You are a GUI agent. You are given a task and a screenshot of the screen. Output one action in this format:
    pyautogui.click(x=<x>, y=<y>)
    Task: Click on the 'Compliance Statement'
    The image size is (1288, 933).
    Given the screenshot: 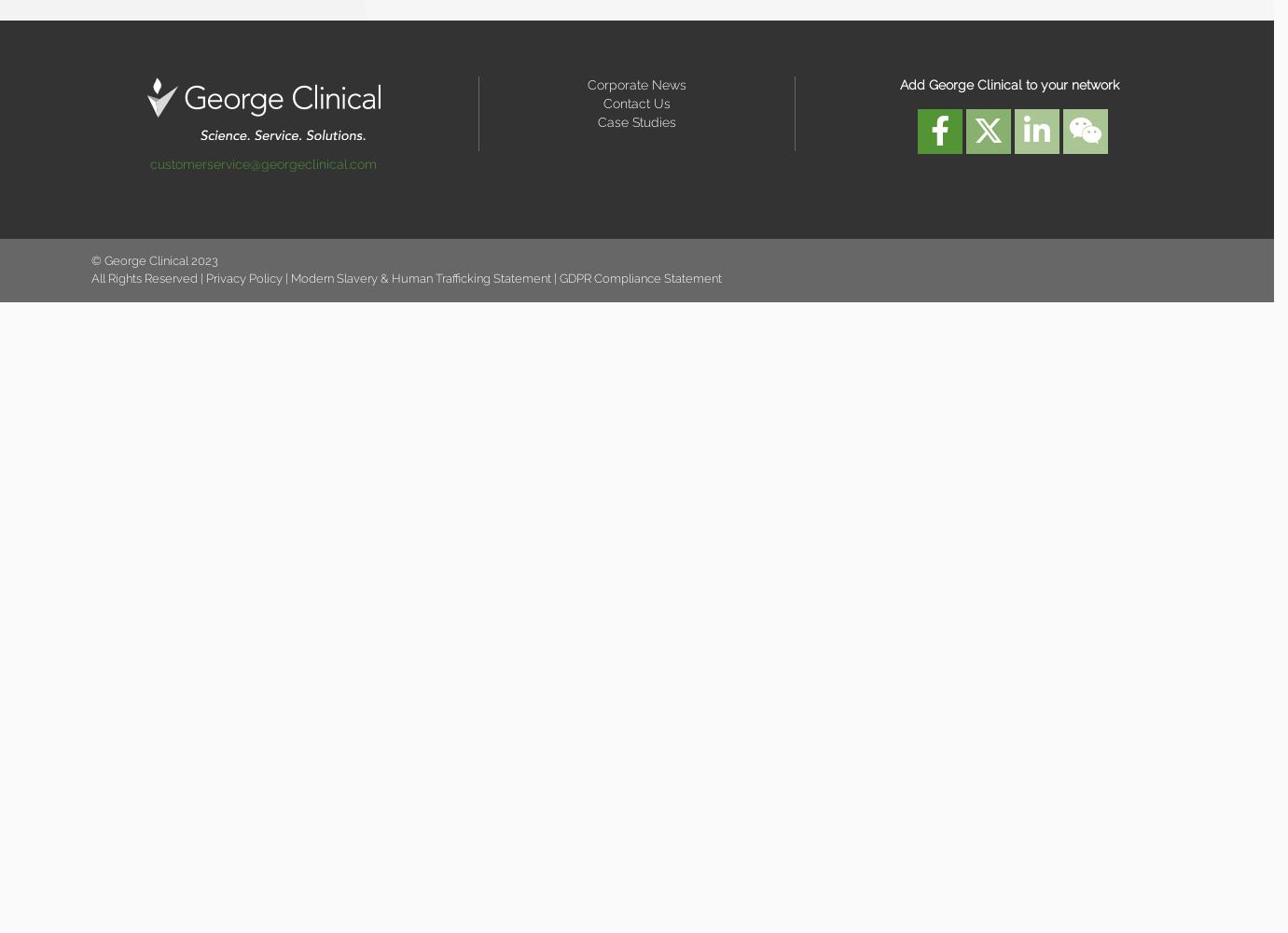 What is the action you would take?
    pyautogui.click(x=657, y=277)
    